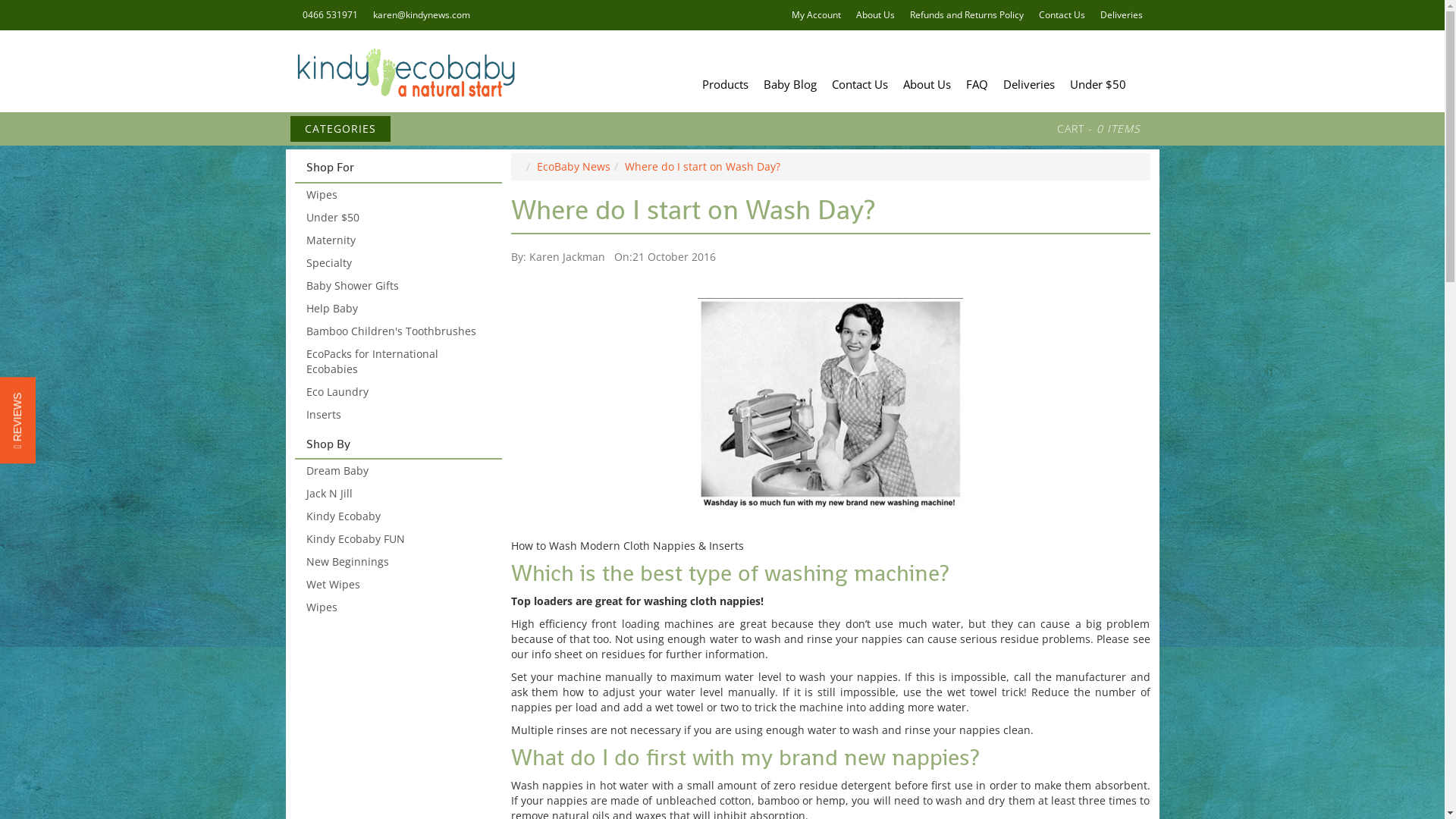 This screenshot has height=819, width=1456. What do you see at coordinates (397, 391) in the screenshot?
I see `'Eco Laundry'` at bounding box center [397, 391].